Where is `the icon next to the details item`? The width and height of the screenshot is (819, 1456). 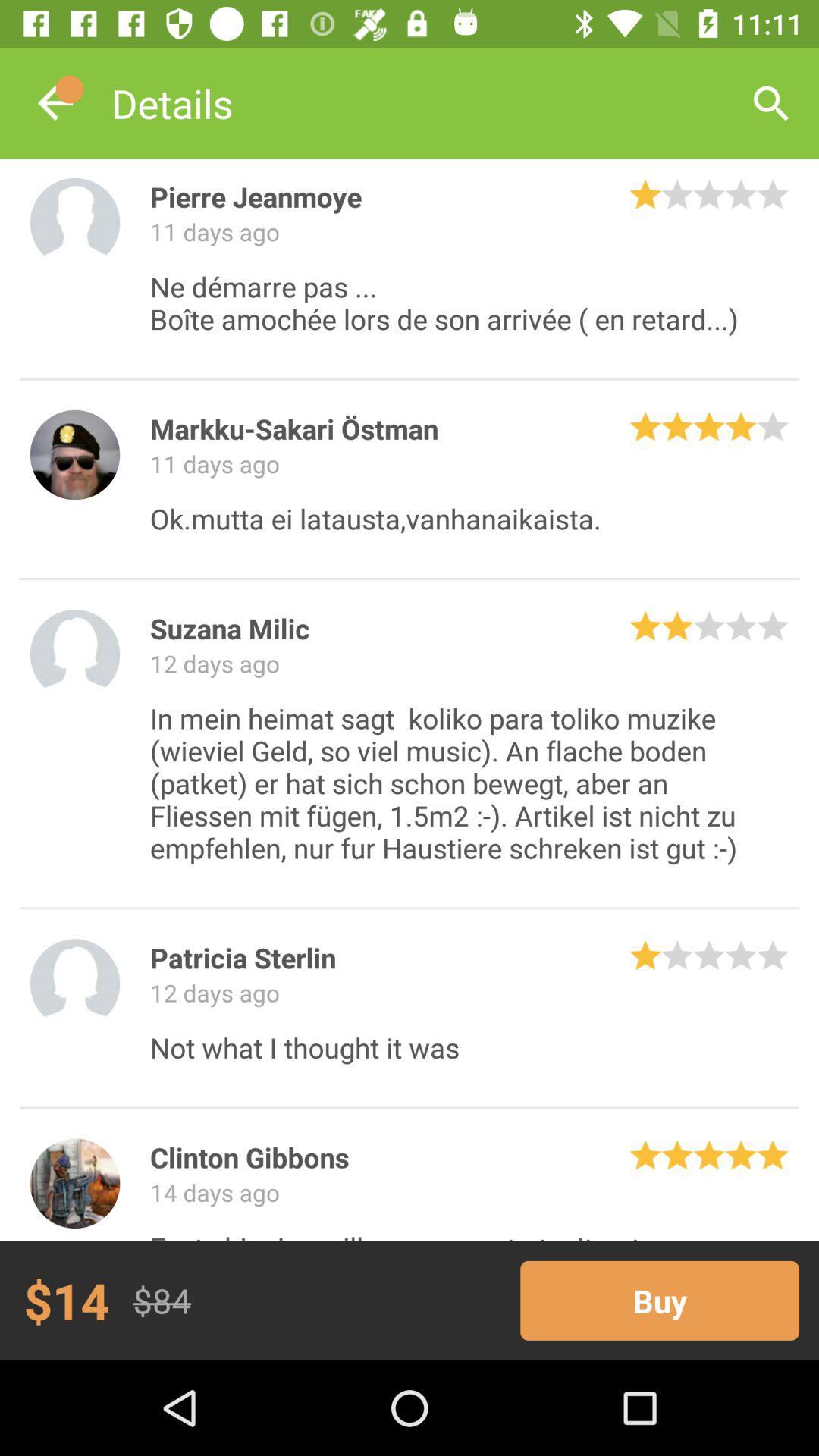 the icon next to the details item is located at coordinates (55, 102).